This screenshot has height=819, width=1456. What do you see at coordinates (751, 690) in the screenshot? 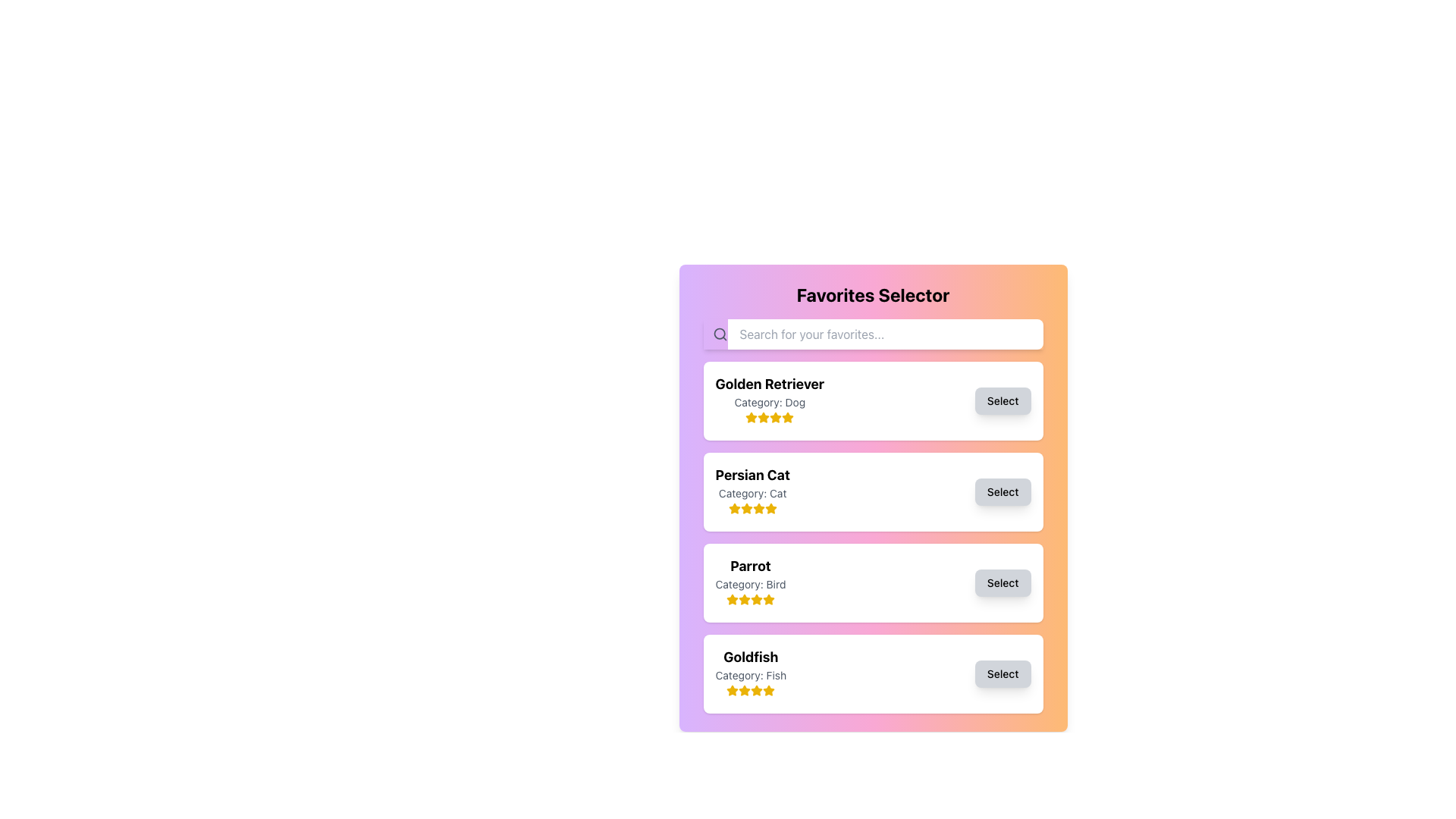
I see `the fourth yellow star in the Rating Star component under the 'Goldfish' header in the 'Favorites Selector' section` at bounding box center [751, 690].